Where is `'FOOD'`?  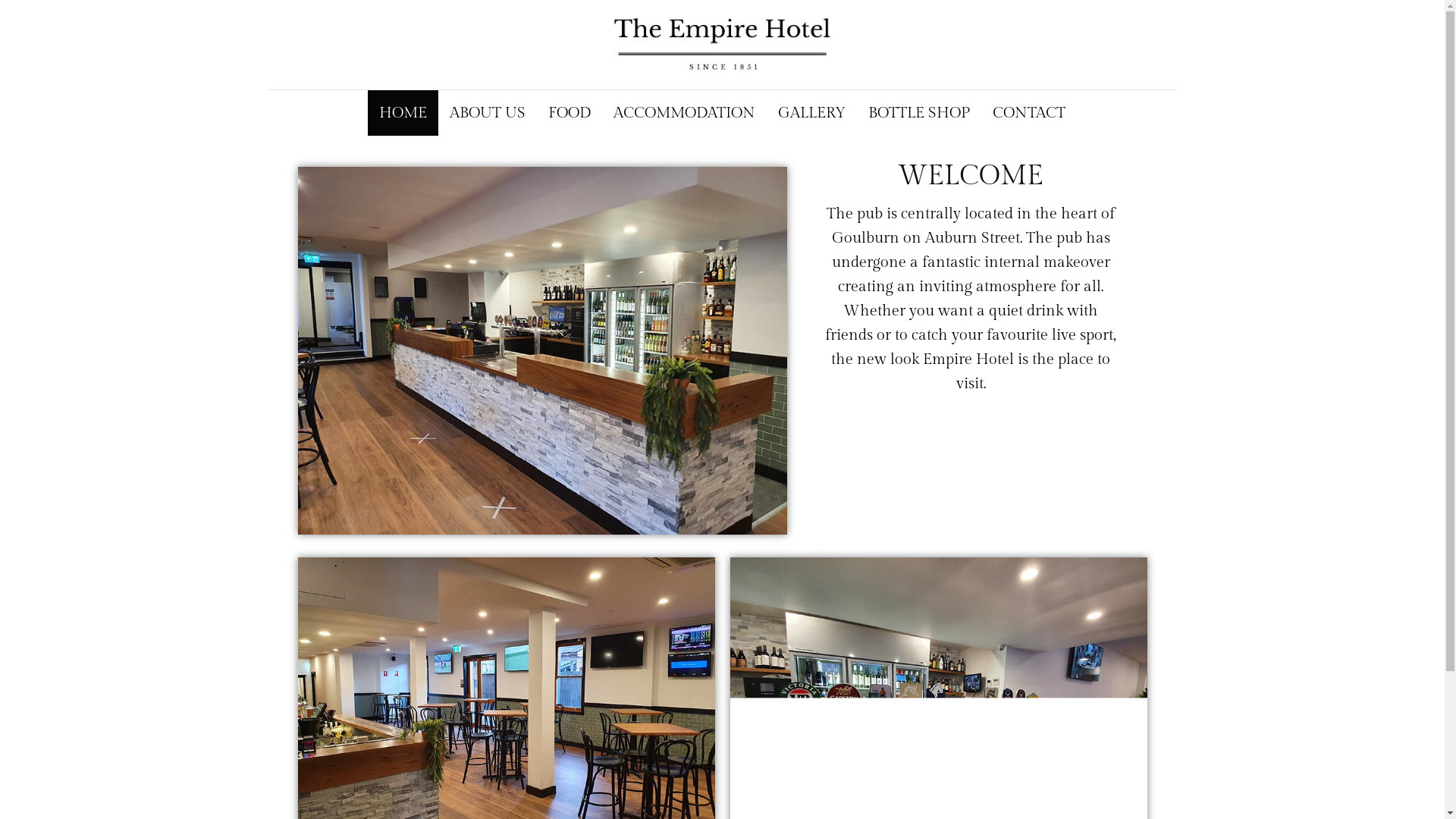
'FOOD' is located at coordinates (568, 112).